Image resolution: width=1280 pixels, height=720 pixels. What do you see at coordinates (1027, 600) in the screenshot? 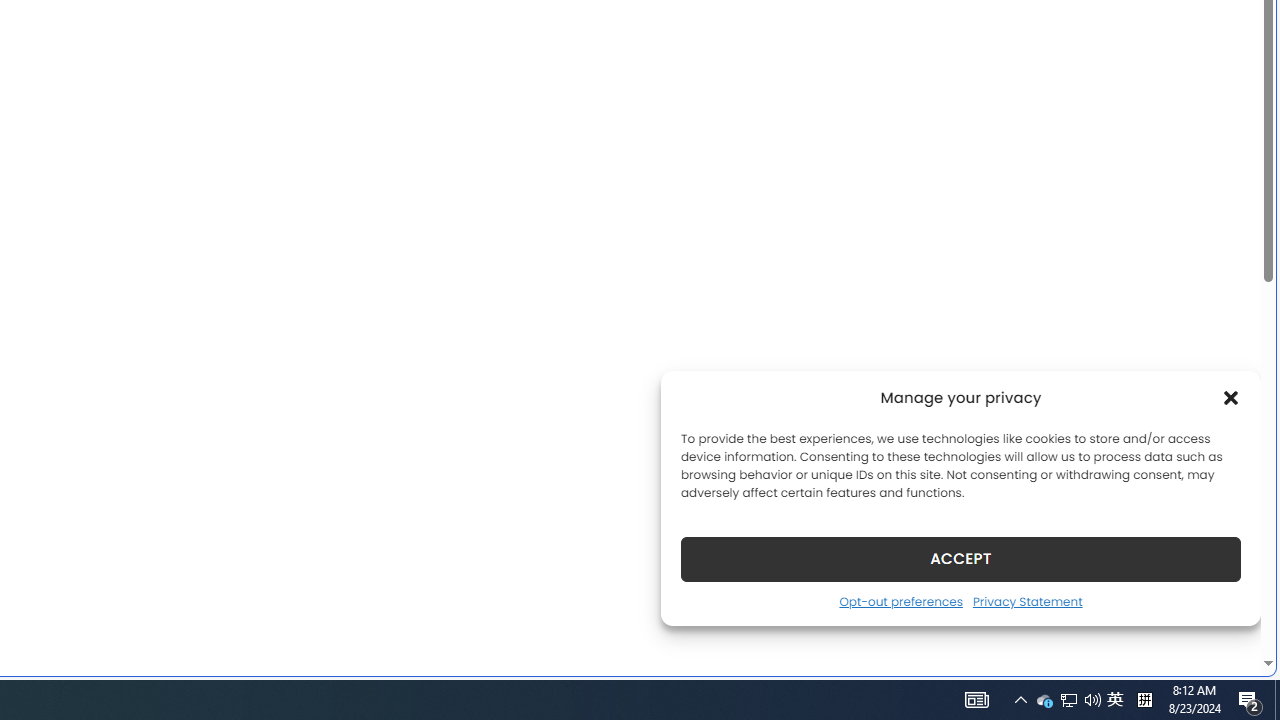
I see `'Privacy Statement'` at bounding box center [1027, 600].